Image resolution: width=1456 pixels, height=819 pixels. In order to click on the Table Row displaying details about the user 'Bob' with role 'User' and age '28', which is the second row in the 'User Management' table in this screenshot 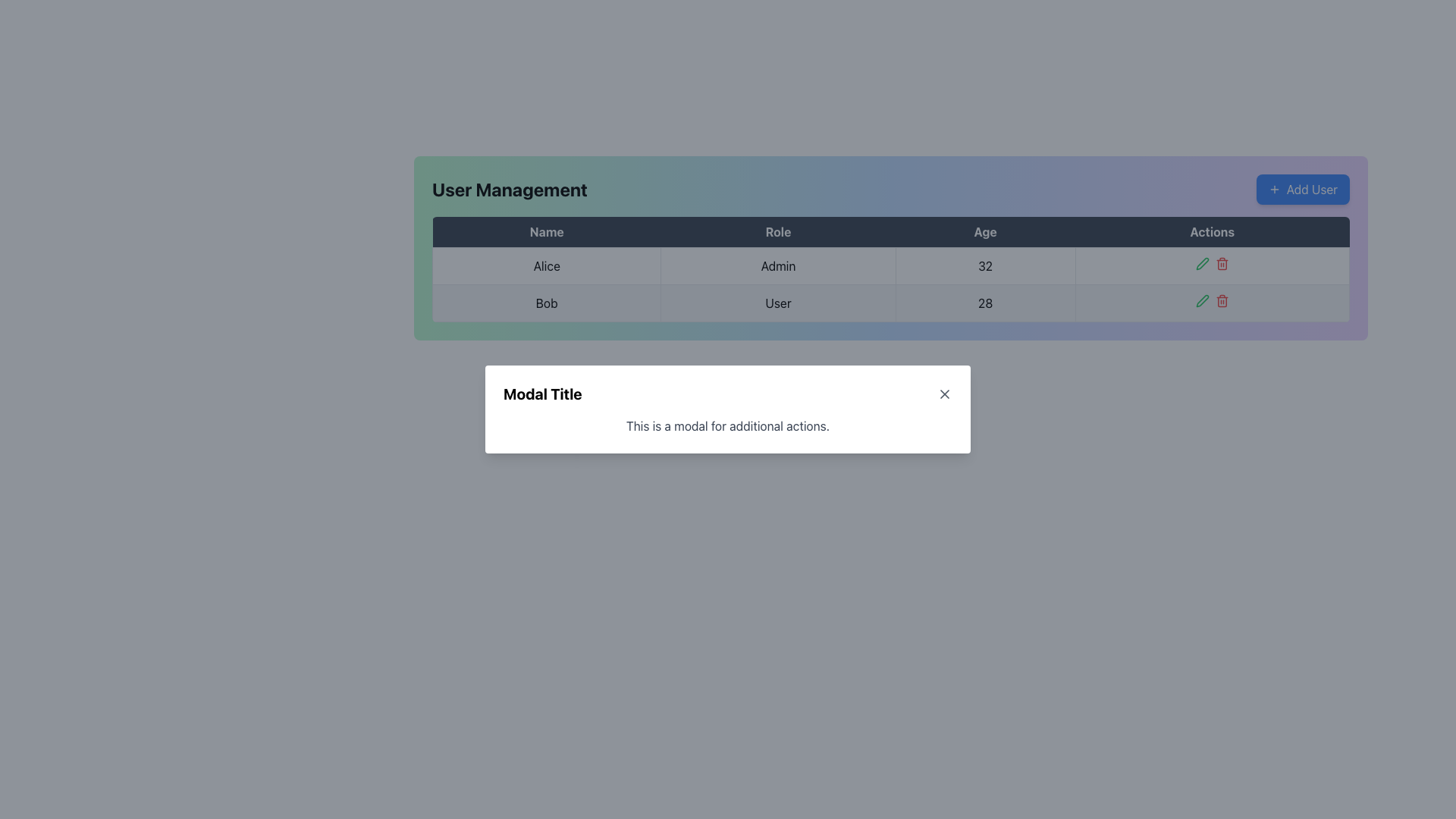, I will do `click(891, 303)`.